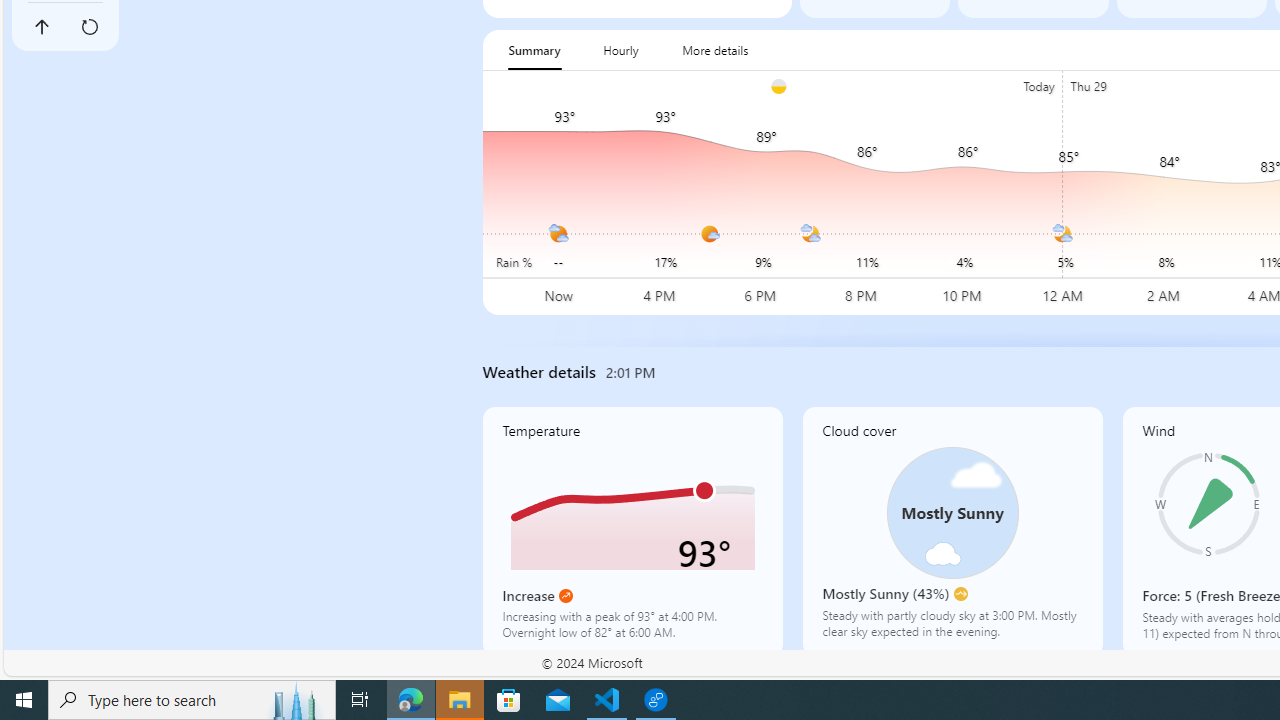 This screenshot has height=720, width=1280. What do you see at coordinates (88, 27) in the screenshot?
I see `'Refresh this page'` at bounding box center [88, 27].